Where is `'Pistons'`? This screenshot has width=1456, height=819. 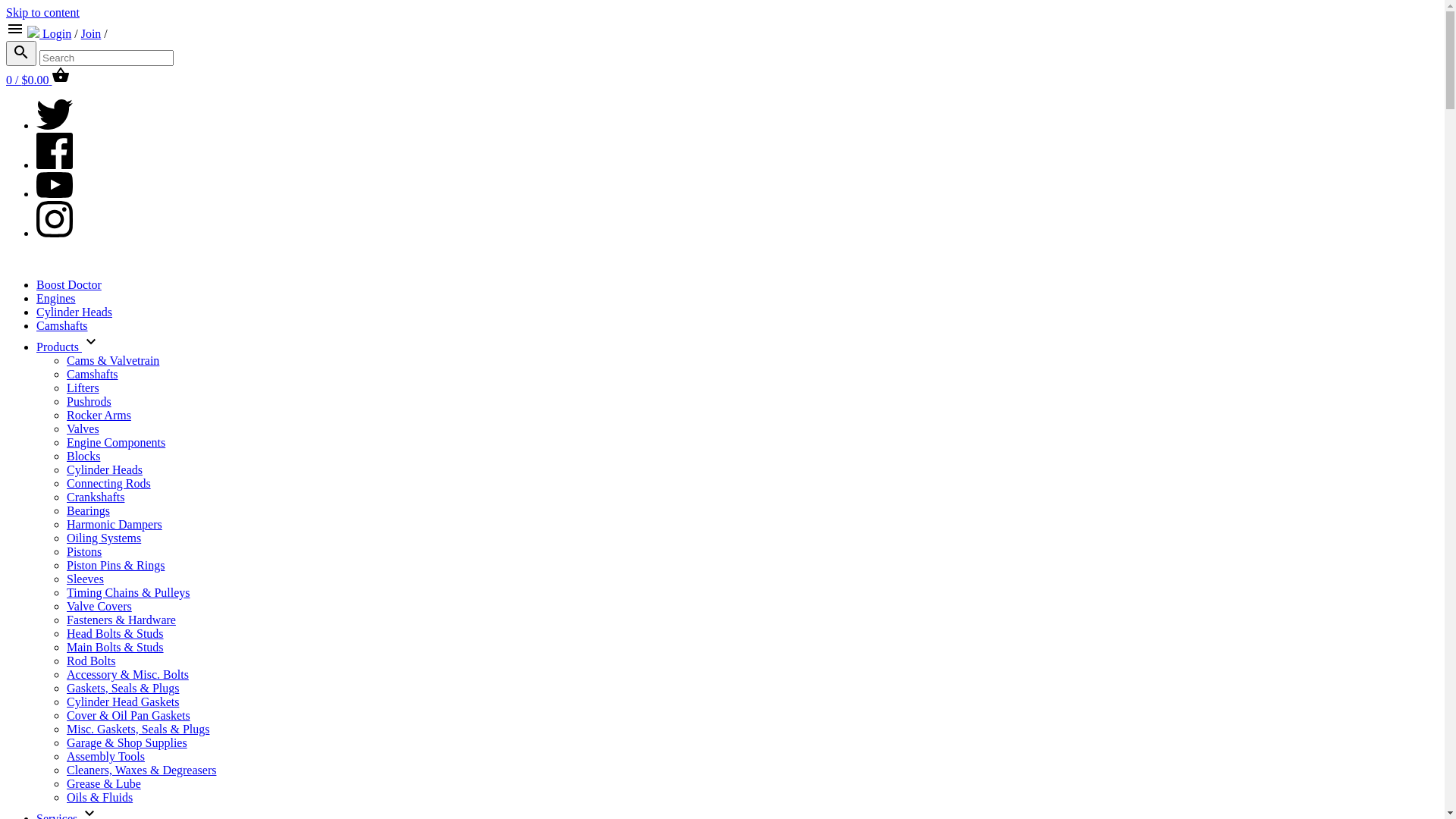 'Pistons' is located at coordinates (65, 551).